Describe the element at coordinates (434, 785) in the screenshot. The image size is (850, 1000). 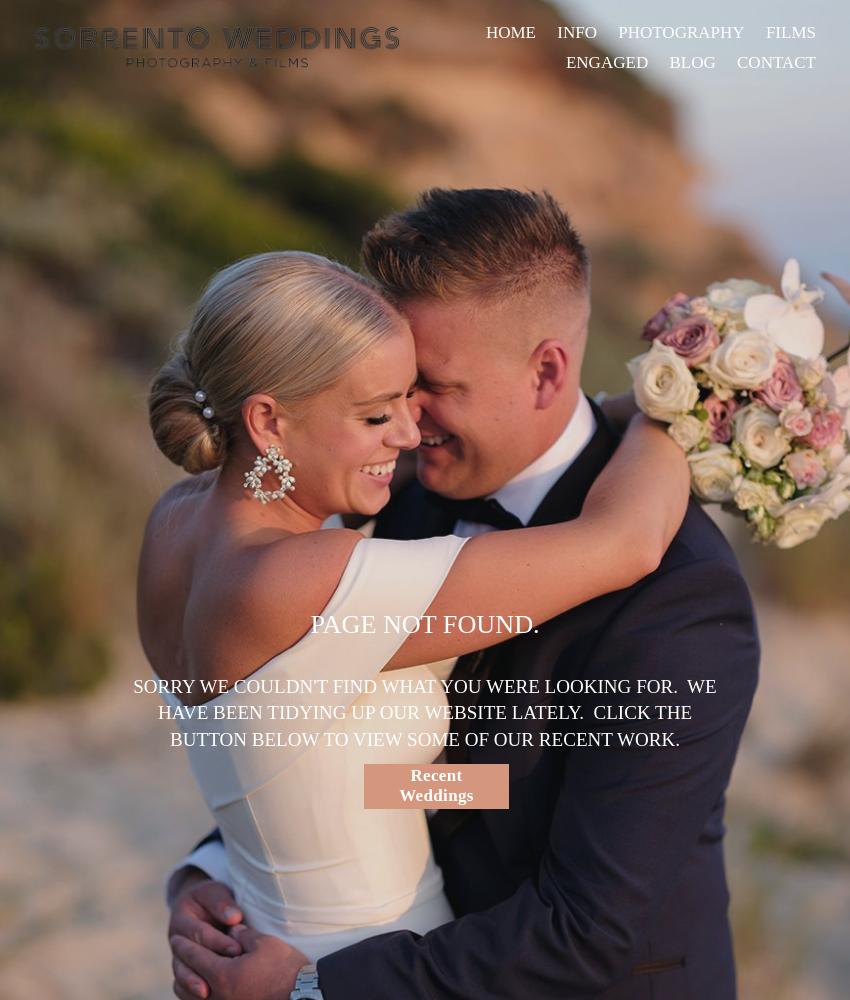
I see `'Recent Weddings'` at that location.